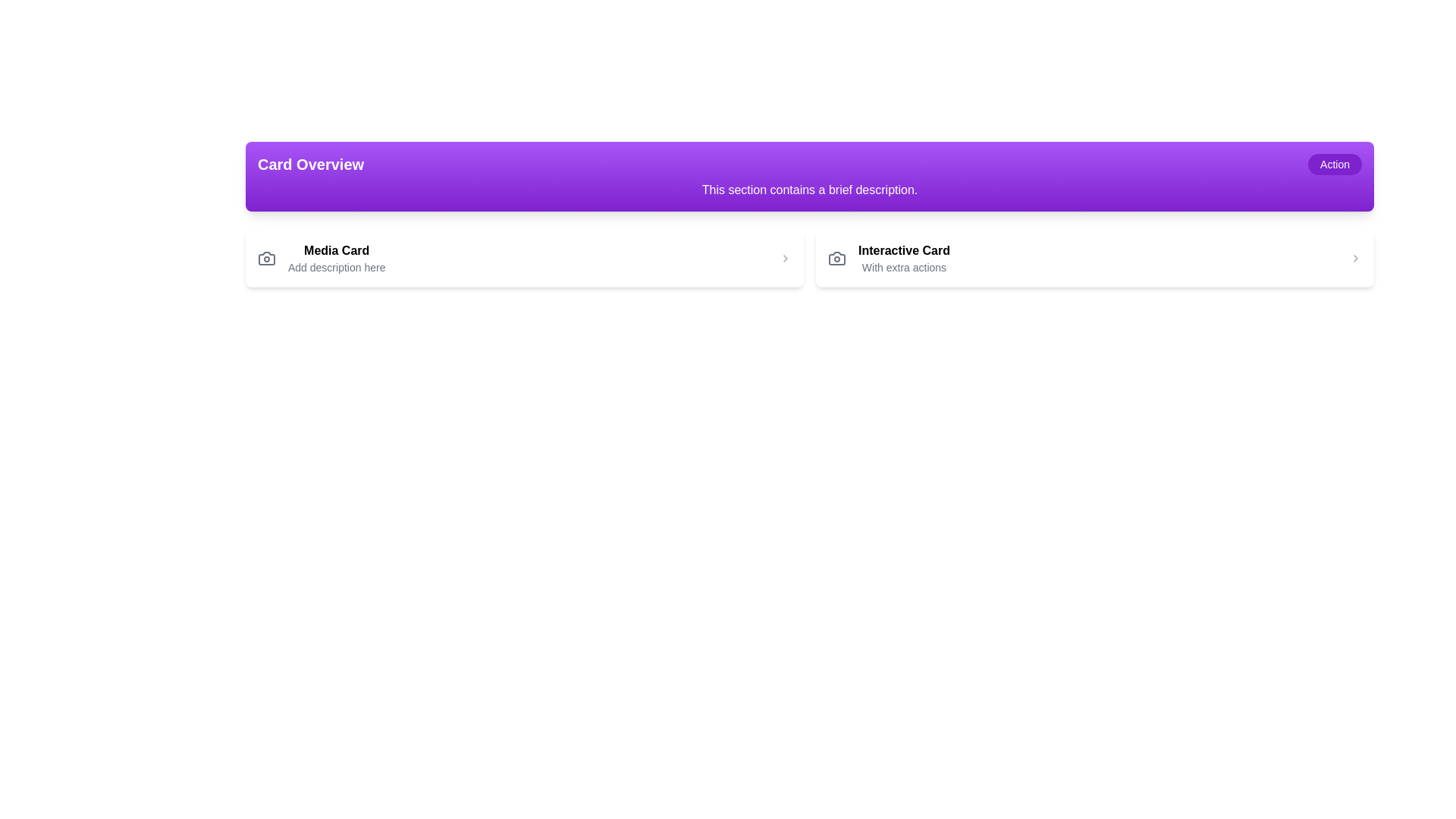 The width and height of the screenshot is (1456, 819). I want to click on the Text Label that reads 'With extra actions', which is styled in a smaller gray font and positioned beneath the 'Interactive Card' text, so click(904, 267).